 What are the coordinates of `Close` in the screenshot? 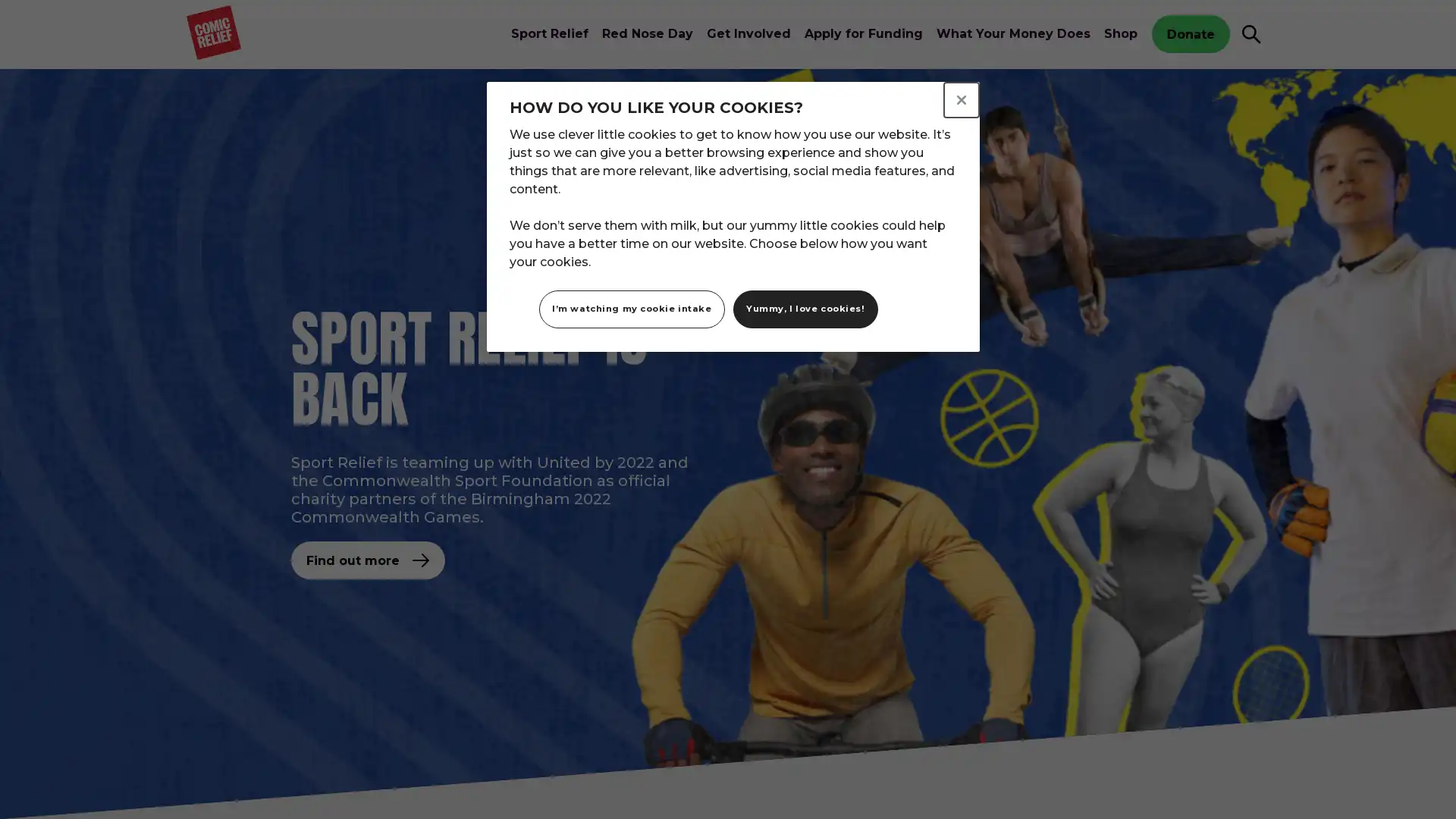 It's located at (960, 99).